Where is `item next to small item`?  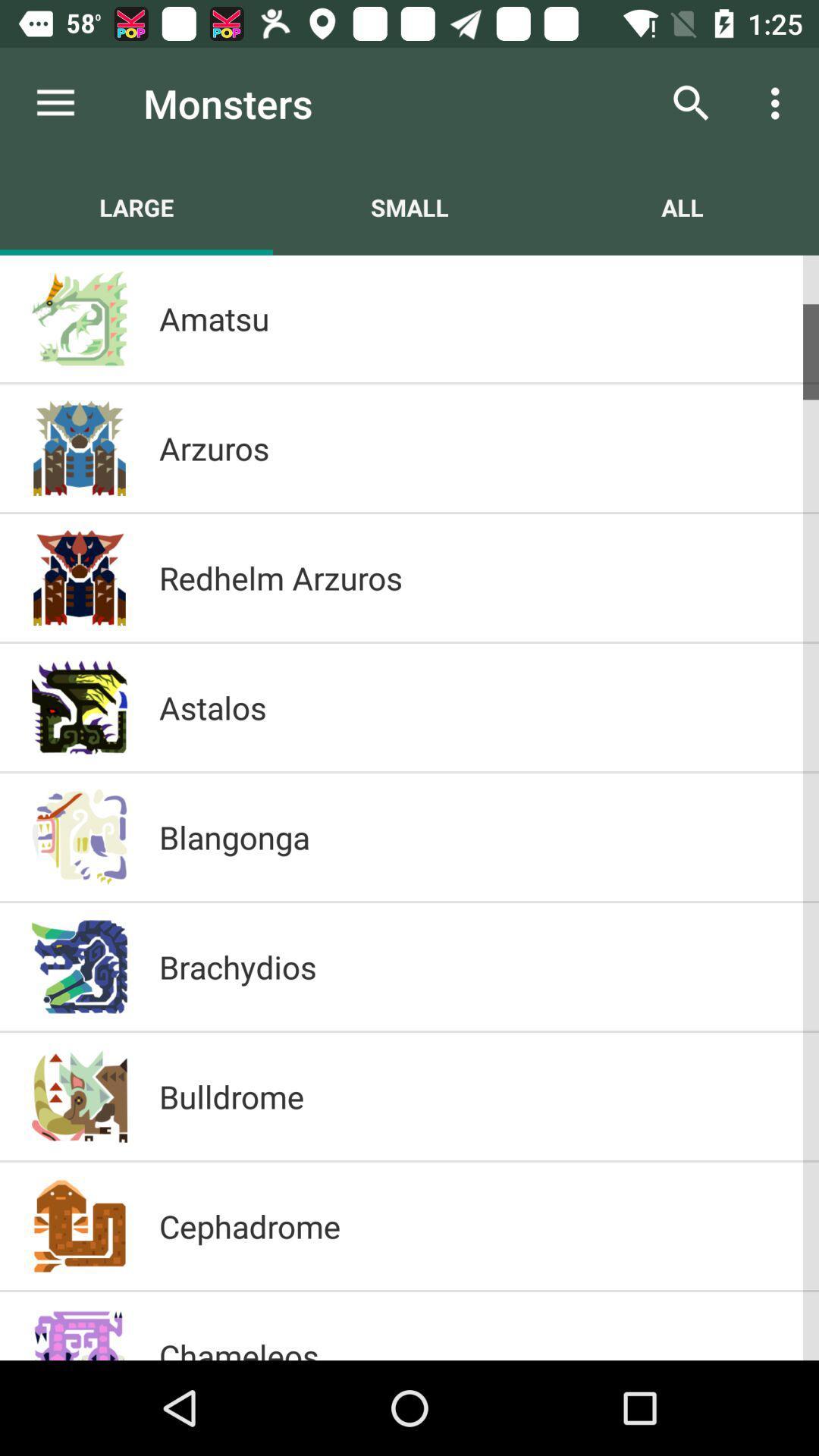
item next to small item is located at coordinates (136, 206).